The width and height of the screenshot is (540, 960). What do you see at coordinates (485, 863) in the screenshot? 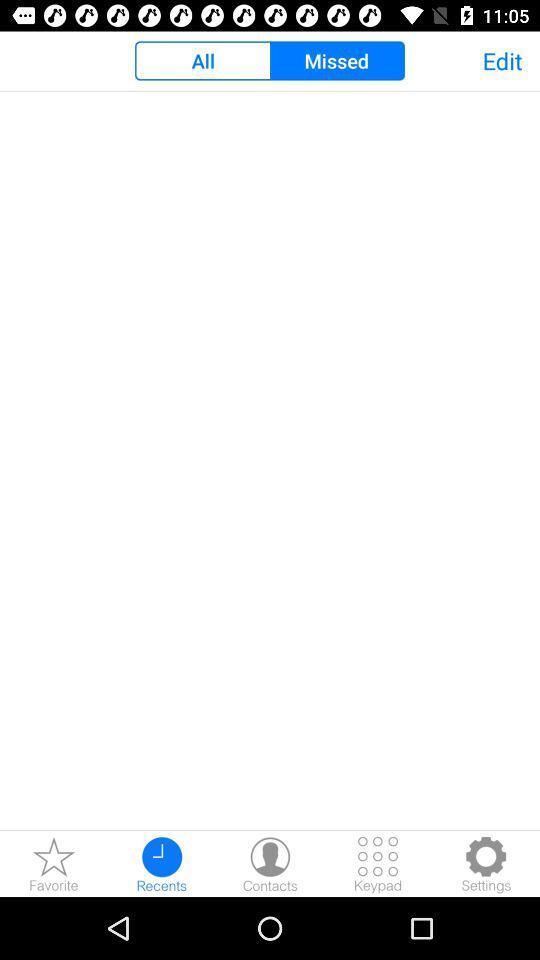
I see `open settings` at bounding box center [485, 863].